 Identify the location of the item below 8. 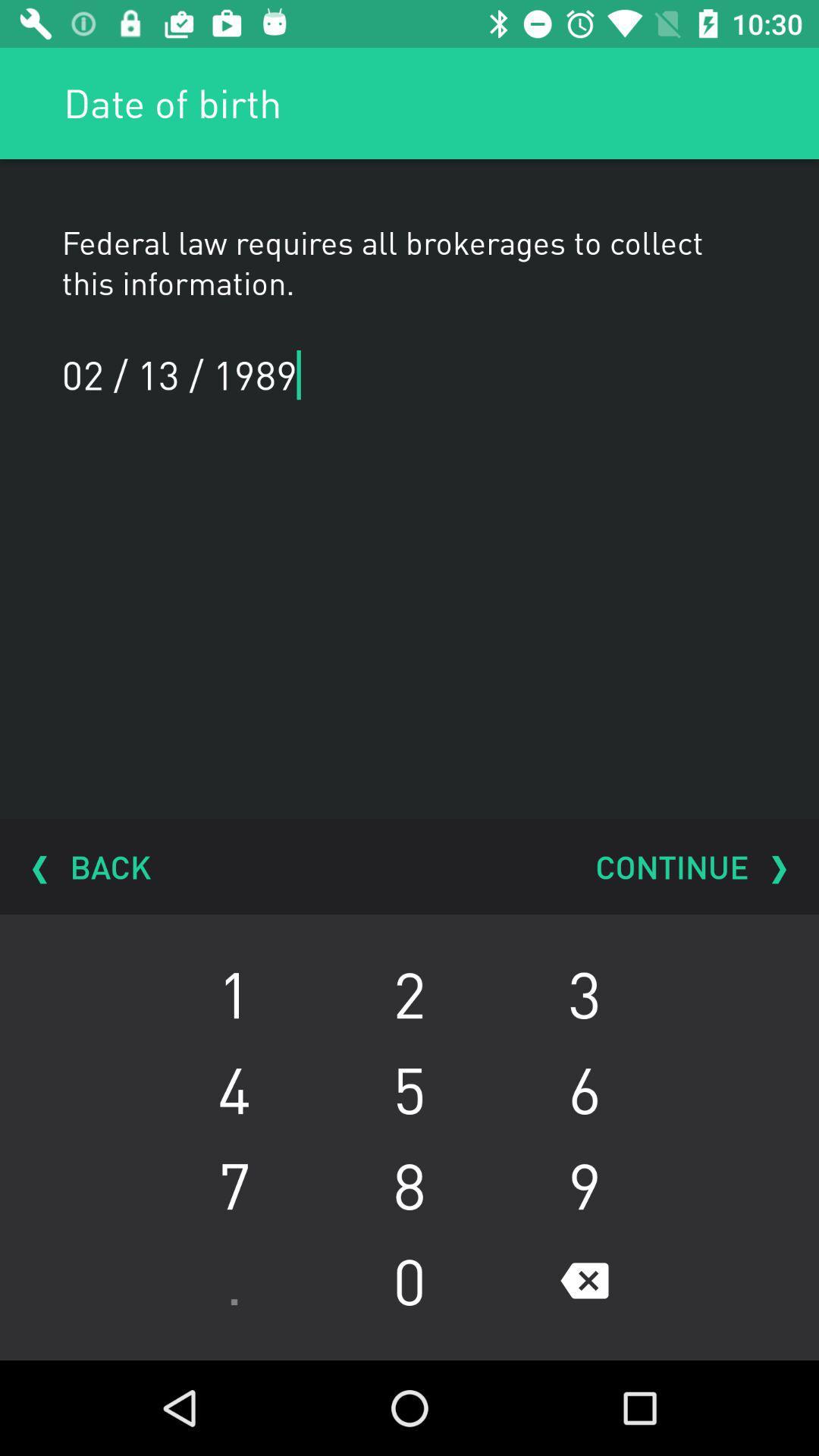
(584, 1280).